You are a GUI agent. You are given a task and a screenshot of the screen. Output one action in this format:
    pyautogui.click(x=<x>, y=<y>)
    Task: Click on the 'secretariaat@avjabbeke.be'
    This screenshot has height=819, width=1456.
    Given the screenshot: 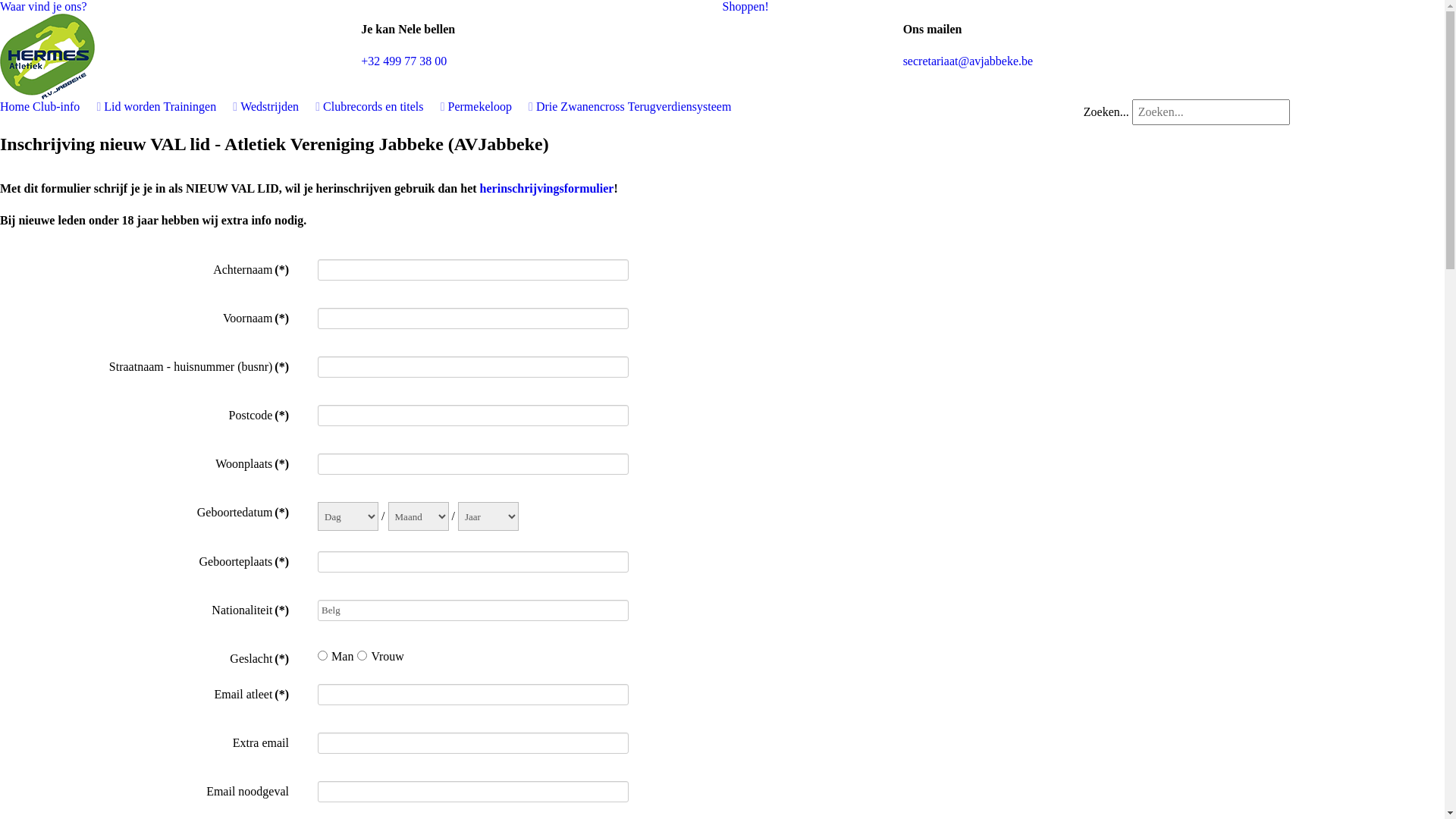 What is the action you would take?
    pyautogui.click(x=967, y=60)
    